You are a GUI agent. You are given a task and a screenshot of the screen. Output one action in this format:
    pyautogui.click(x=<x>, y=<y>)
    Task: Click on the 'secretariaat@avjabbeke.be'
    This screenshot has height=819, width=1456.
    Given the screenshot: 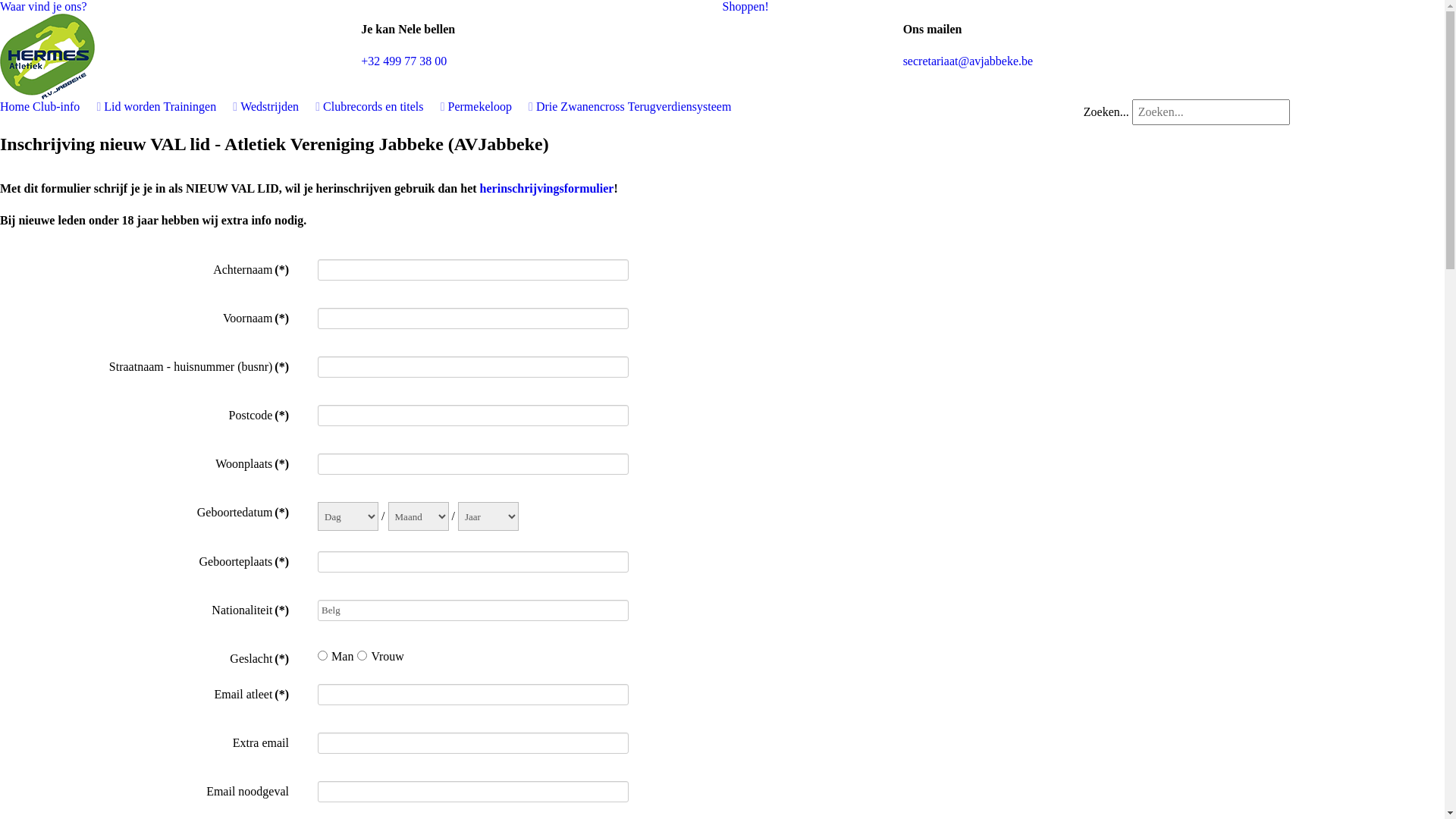 What is the action you would take?
    pyautogui.click(x=967, y=60)
    